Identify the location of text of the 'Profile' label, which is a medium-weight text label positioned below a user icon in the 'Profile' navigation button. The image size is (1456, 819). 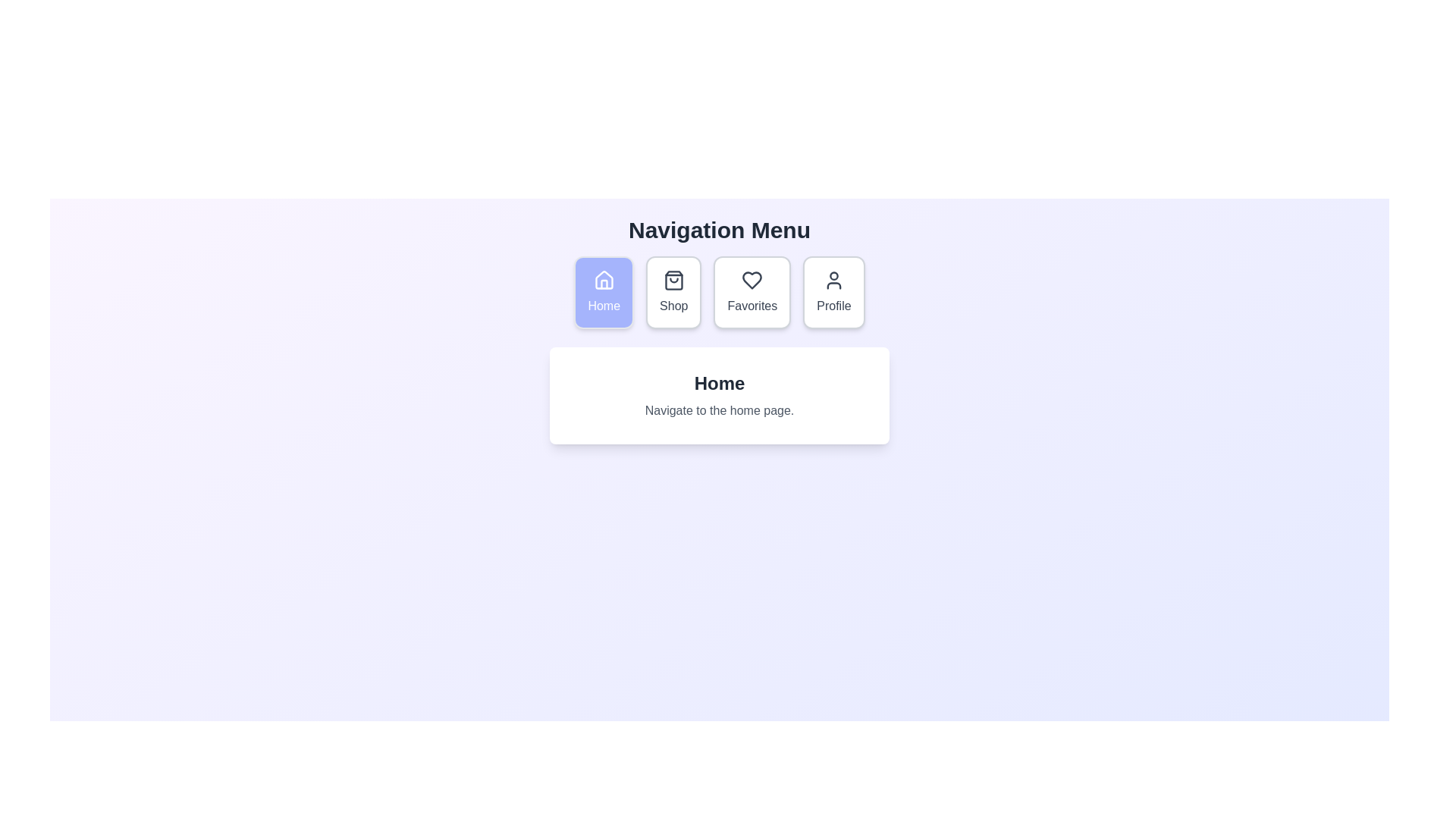
(833, 306).